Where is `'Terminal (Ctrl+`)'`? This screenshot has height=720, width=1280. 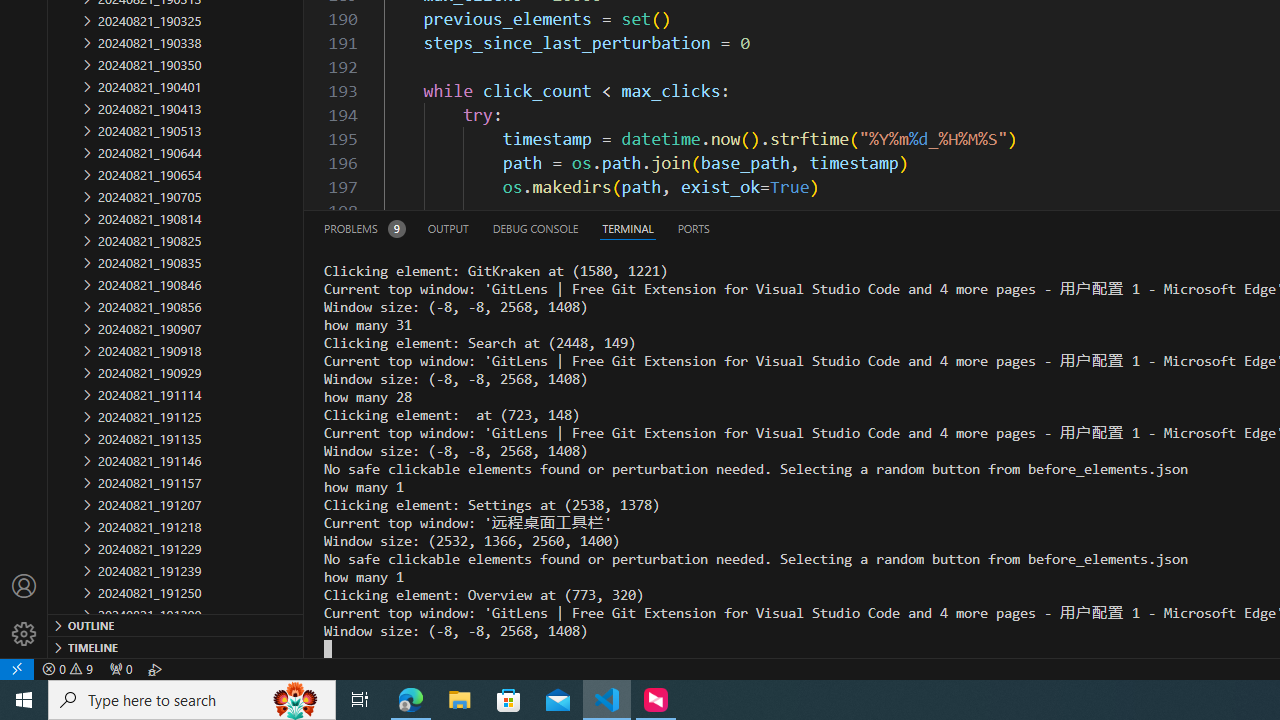 'Terminal (Ctrl+`)' is located at coordinates (626, 227).